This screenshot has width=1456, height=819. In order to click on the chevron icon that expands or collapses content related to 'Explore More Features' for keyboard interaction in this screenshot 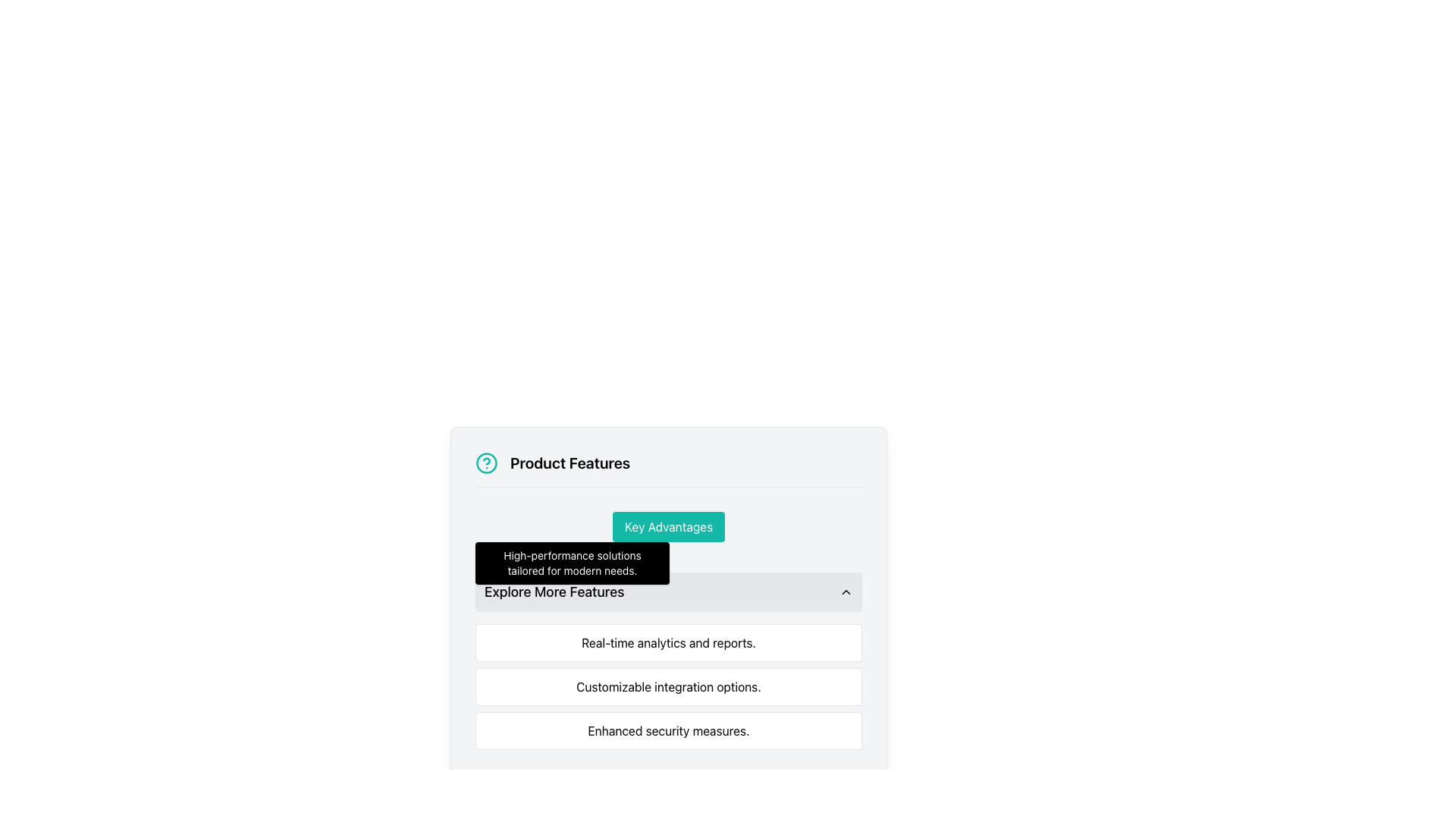, I will do `click(846, 591)`.